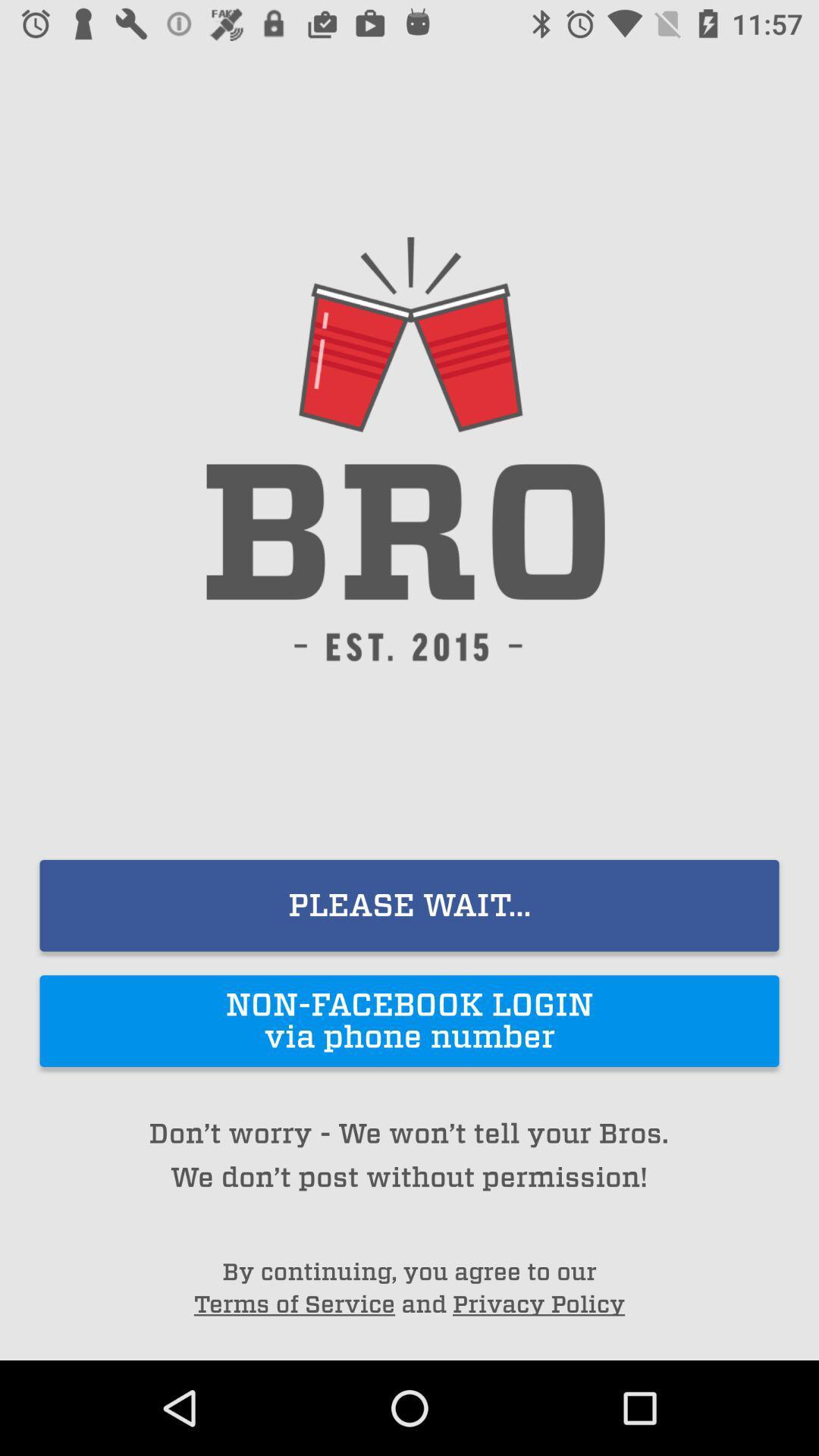 The width and height of the screenshot is (819, 1456). Describe the element at coordinates (294, 1304) in the screenshot. I see `the item to the left of  and  item` at that location.